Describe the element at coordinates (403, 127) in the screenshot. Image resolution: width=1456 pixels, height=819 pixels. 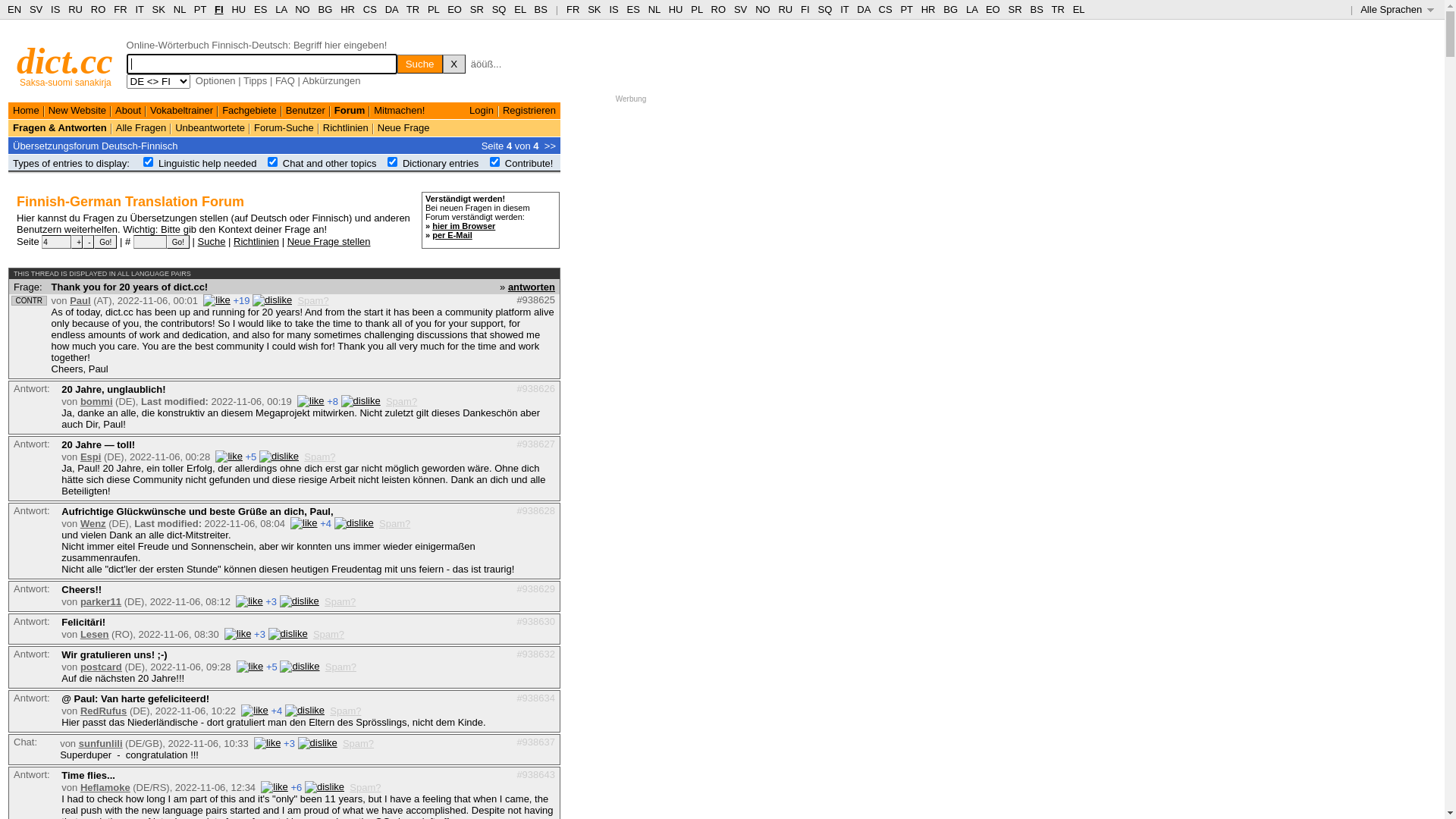
I see `'Neue Frage'` at that location.